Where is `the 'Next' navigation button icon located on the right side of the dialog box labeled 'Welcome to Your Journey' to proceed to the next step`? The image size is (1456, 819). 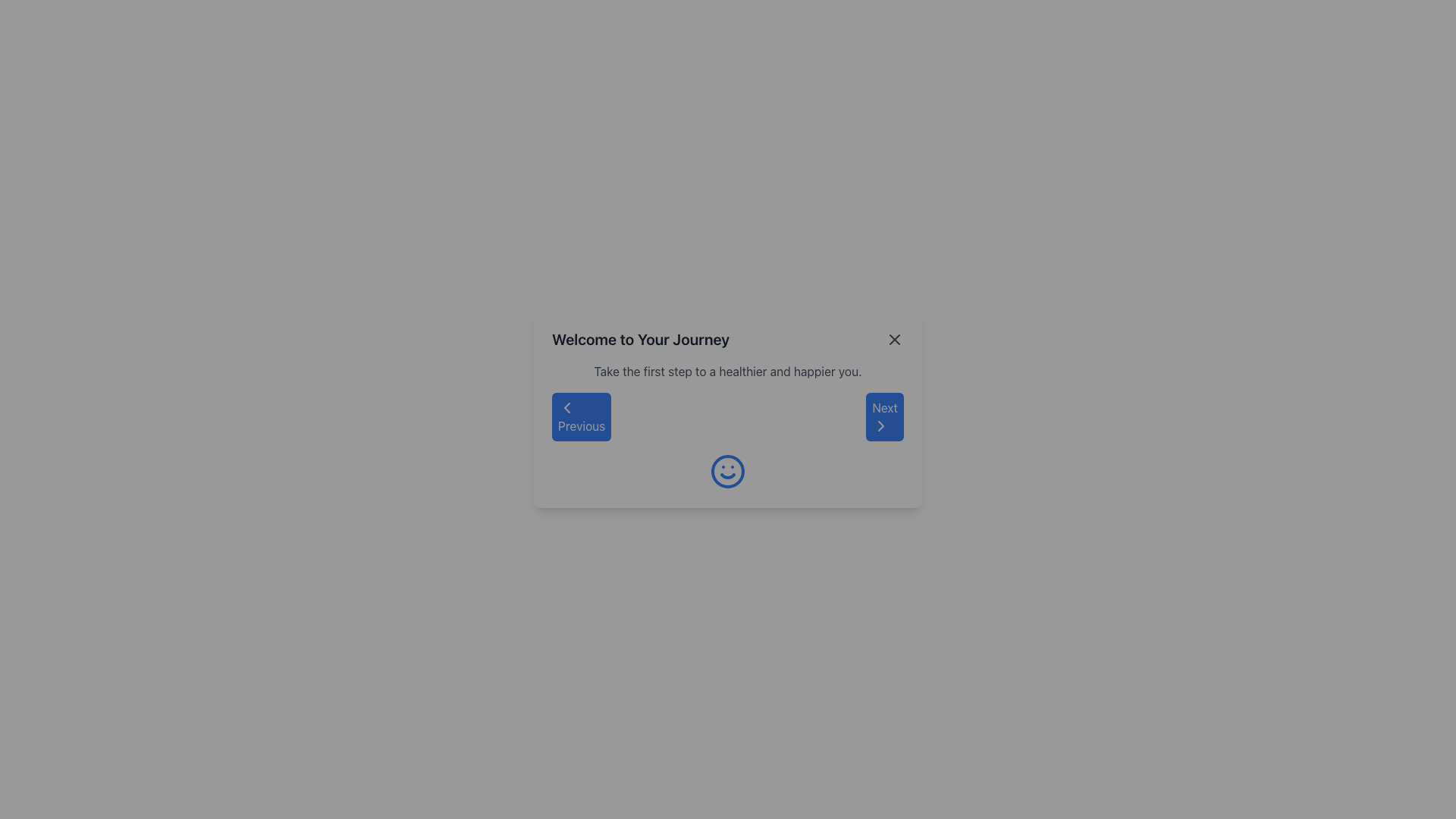
the 'Next' navigation button icon located on the right side of the dialog box labeled 'Welcome to Your Journey' to proceed to the next step is located at coordinates (881, 426).